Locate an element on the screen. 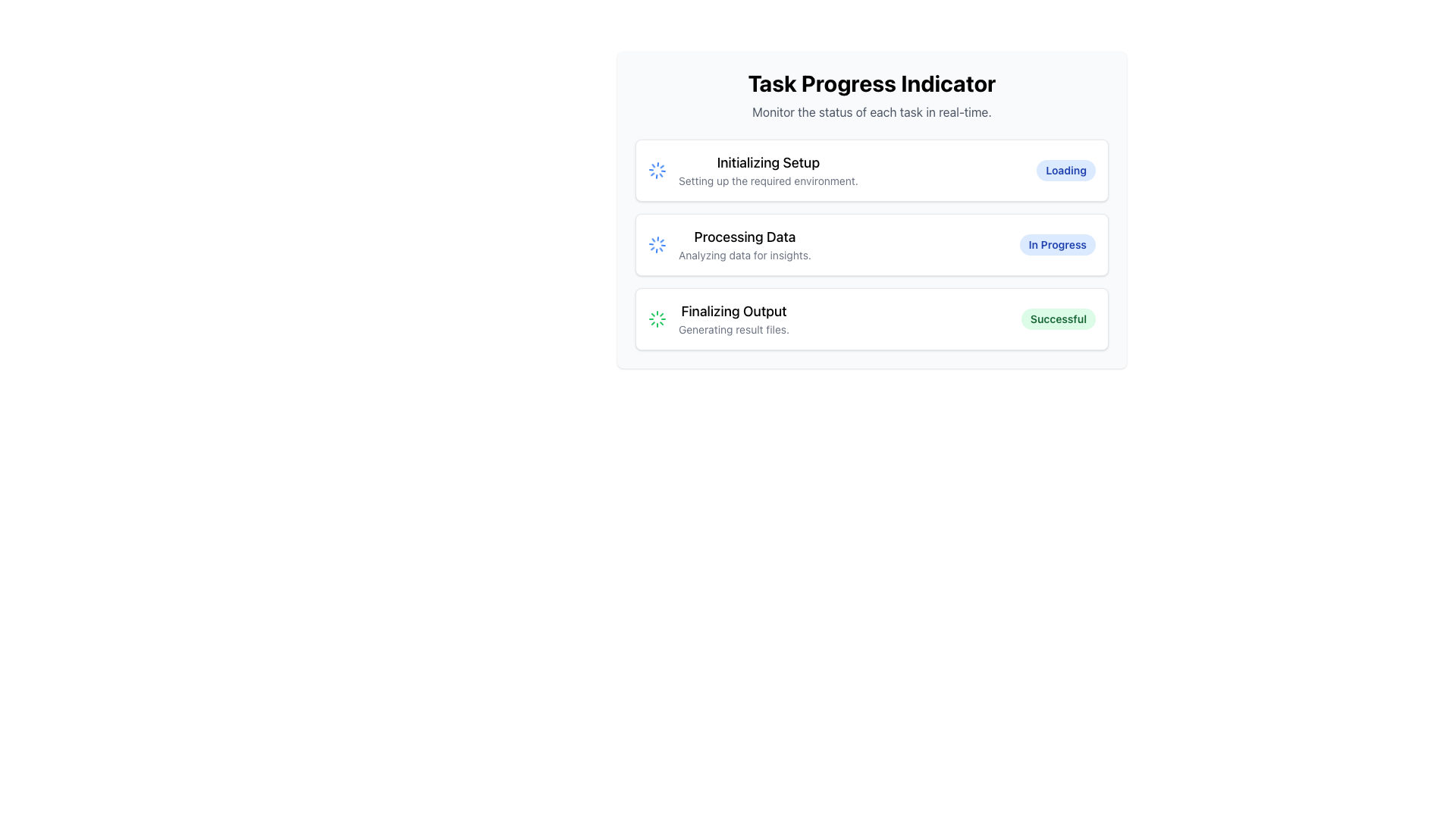 This screenshot has width=1456, height=819. the 'Processing Data' text label to highlight the text, which serves as a title indicating the current status of the task within the Task Progress Indicator interface is located at coordinates (745, 237).